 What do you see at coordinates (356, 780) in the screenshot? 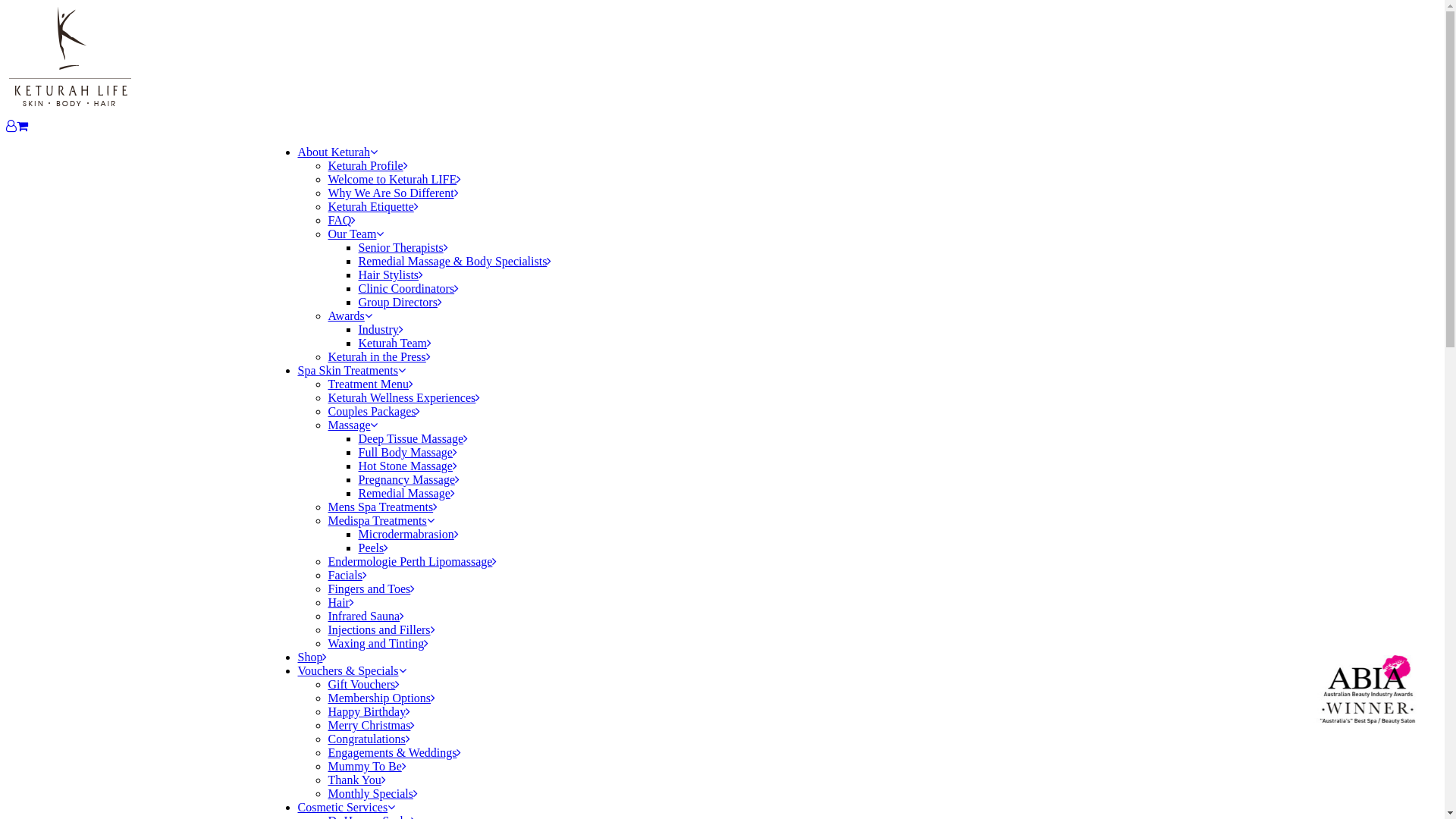
I see `'Thank You'` at bounding box center [356, 780].